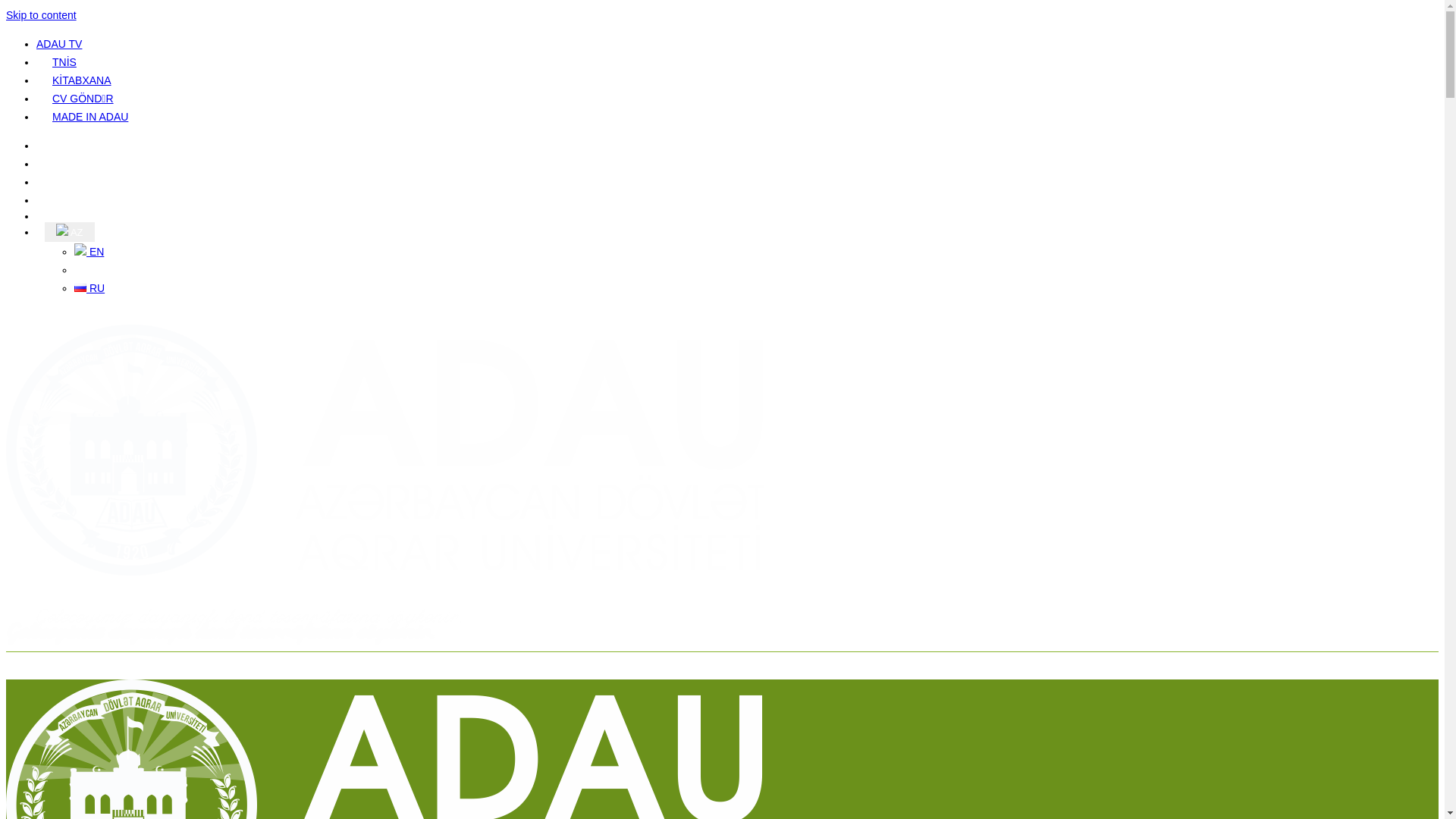 This screenshot has height=819, width=1456. Describe the element at coordinates (58, 42) in the screenshot. I see `'ADAU TV'` at that location.